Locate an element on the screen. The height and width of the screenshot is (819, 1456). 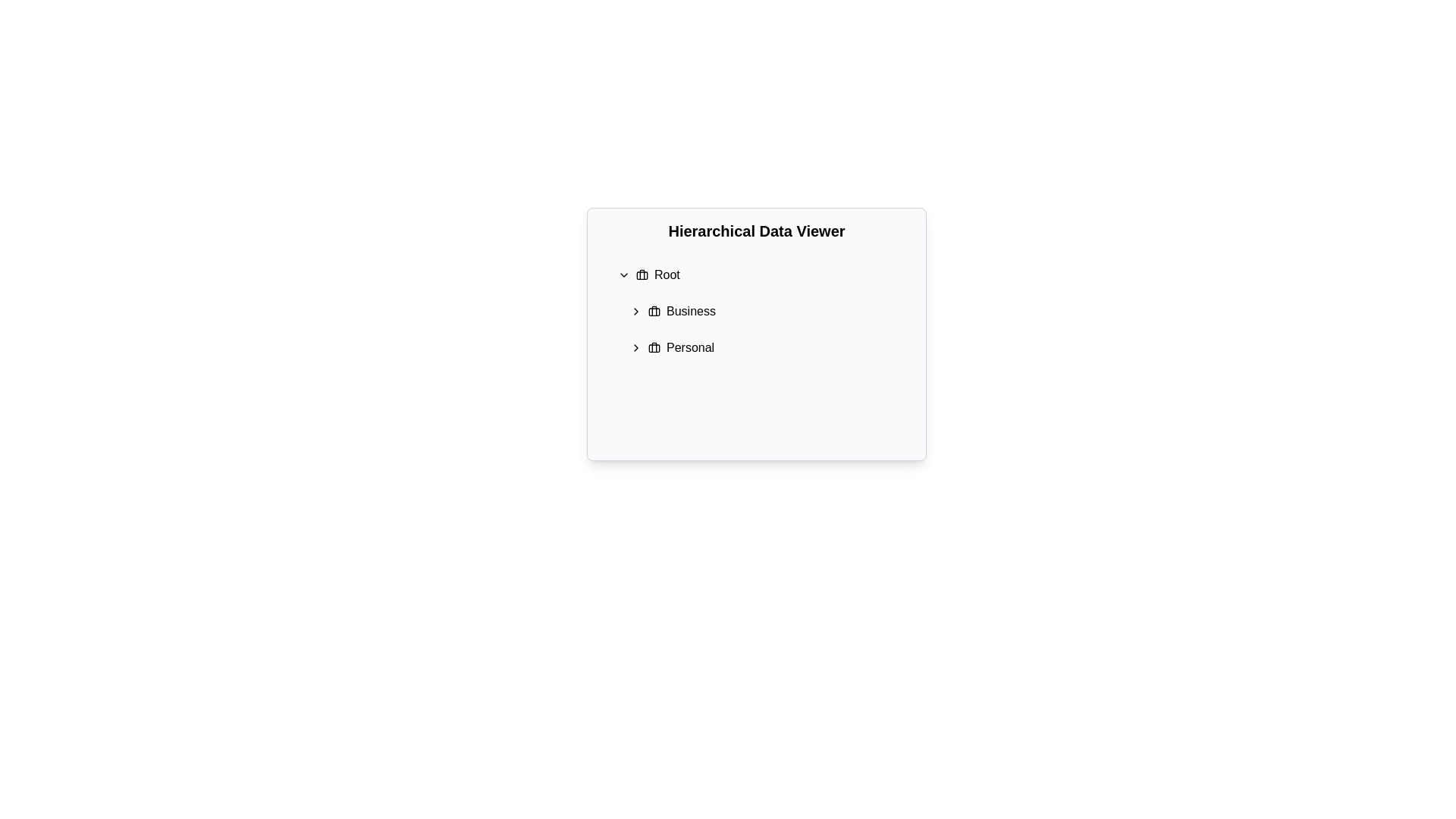
the graphical detail of the briefcase icon representing the main body or compartment within the 'Personal' node of the hierarchical data viewer is located at coordinates (654, 348).